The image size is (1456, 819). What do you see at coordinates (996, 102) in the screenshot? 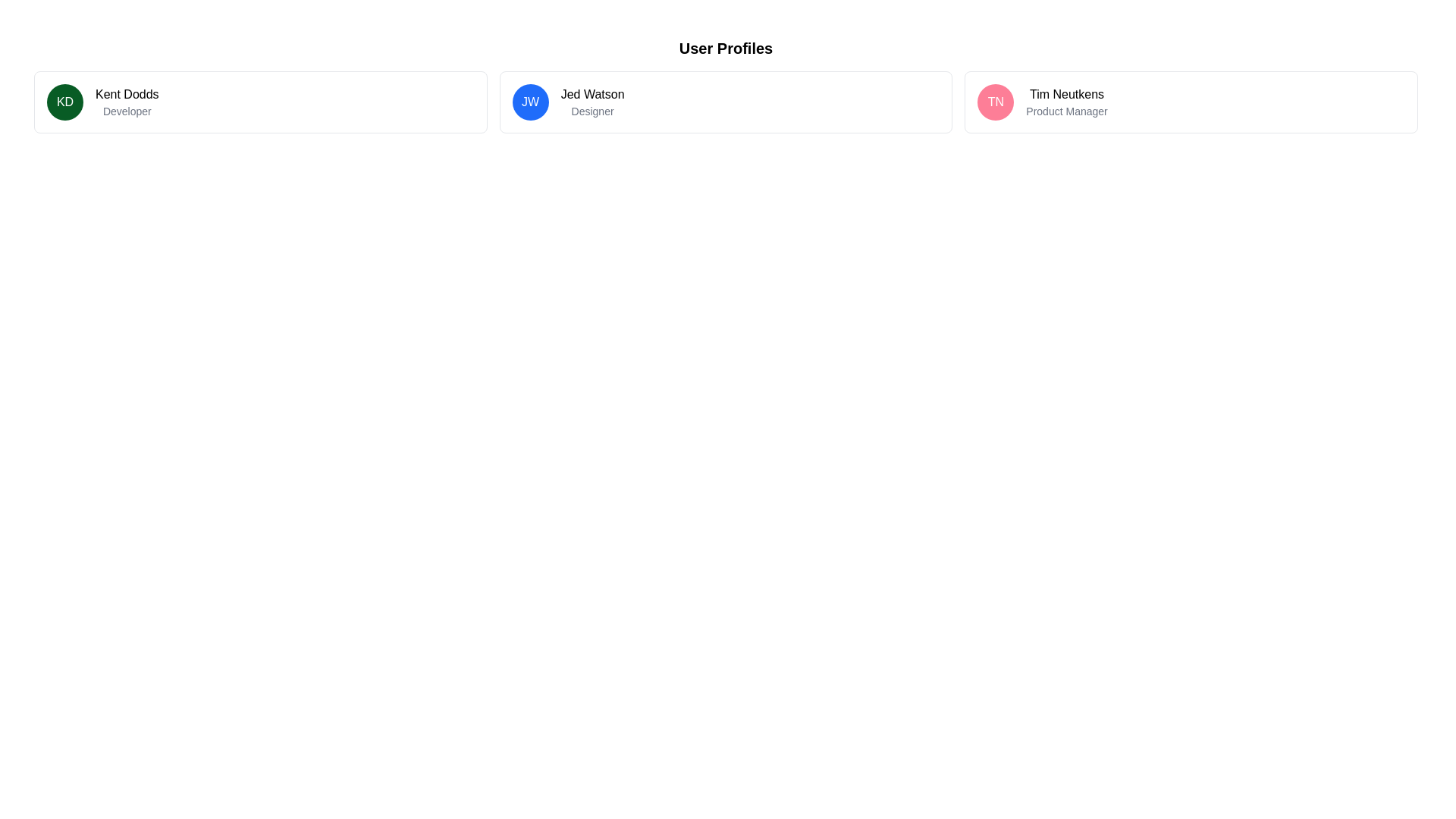
I see `the Circular Avatar of user 'Tim Neutkens'` at bounding box center [996, 102].